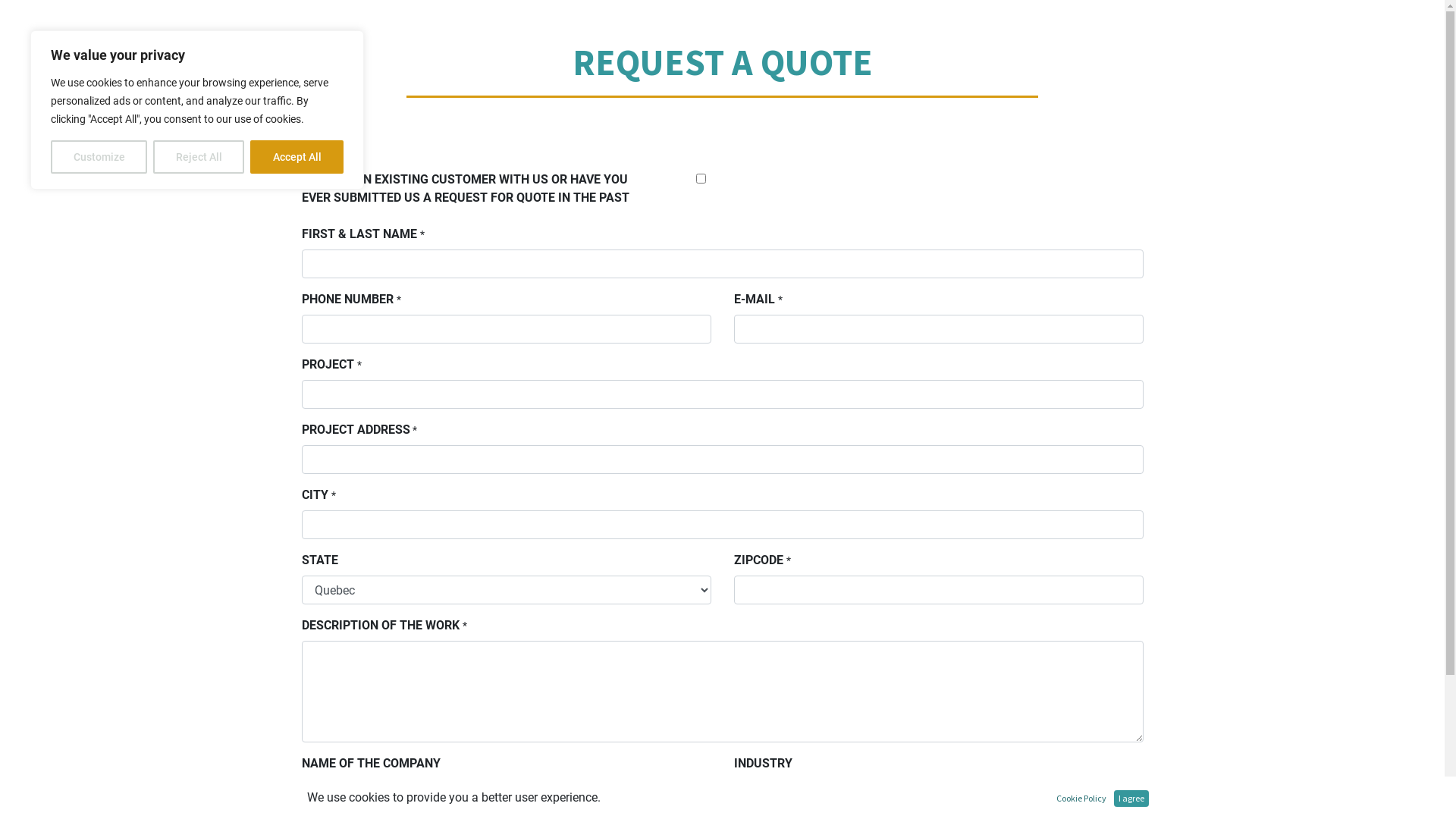 Image resolution: width=1456 pixels, height=819 pixels. I want to click on 'Customize', so click(98, 157).